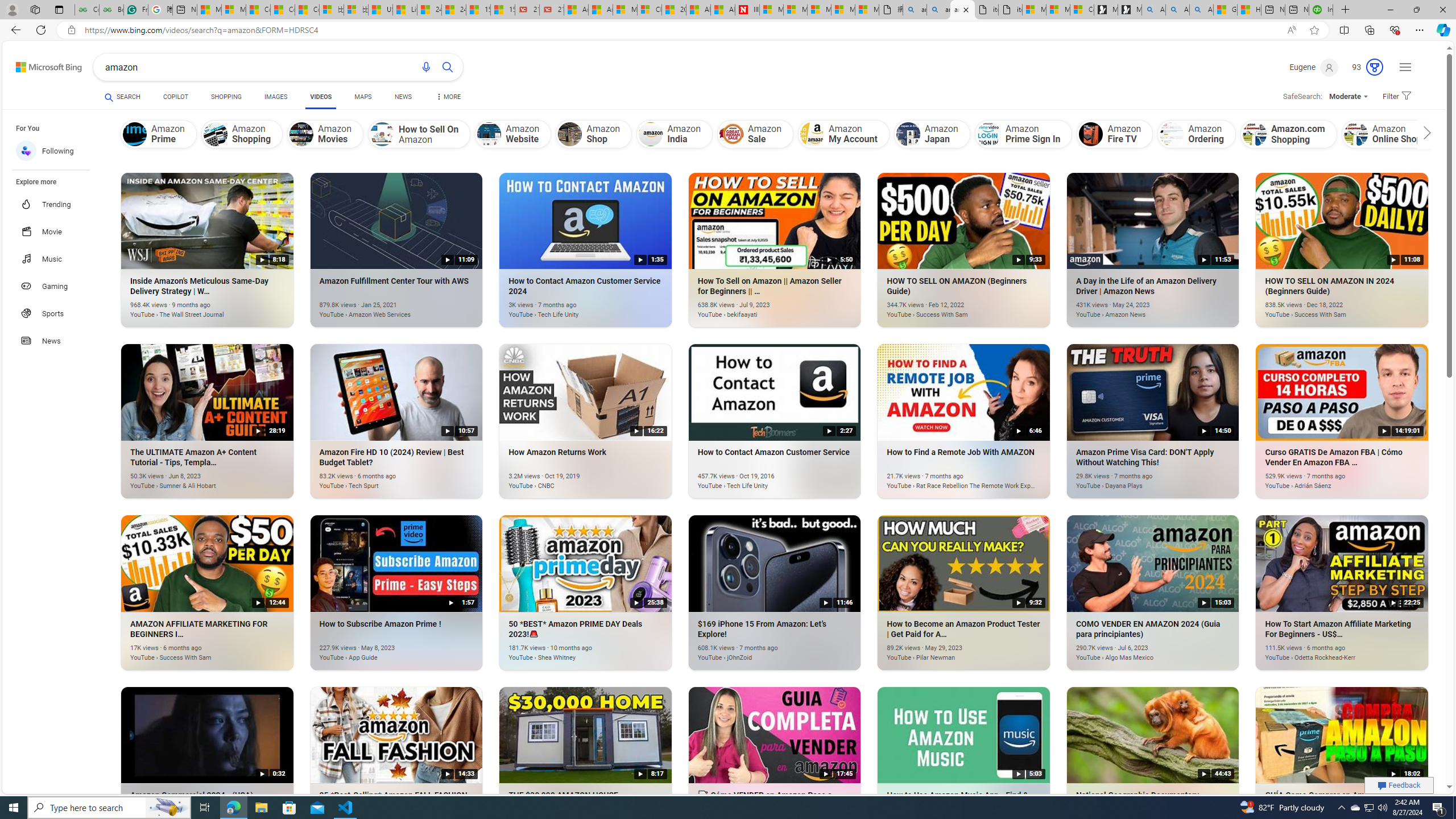 The width and height of the screenshot is (1456, 819). Describe the element at coordinates (56, 258) in the screenshot. I see `'Music'` at that location.